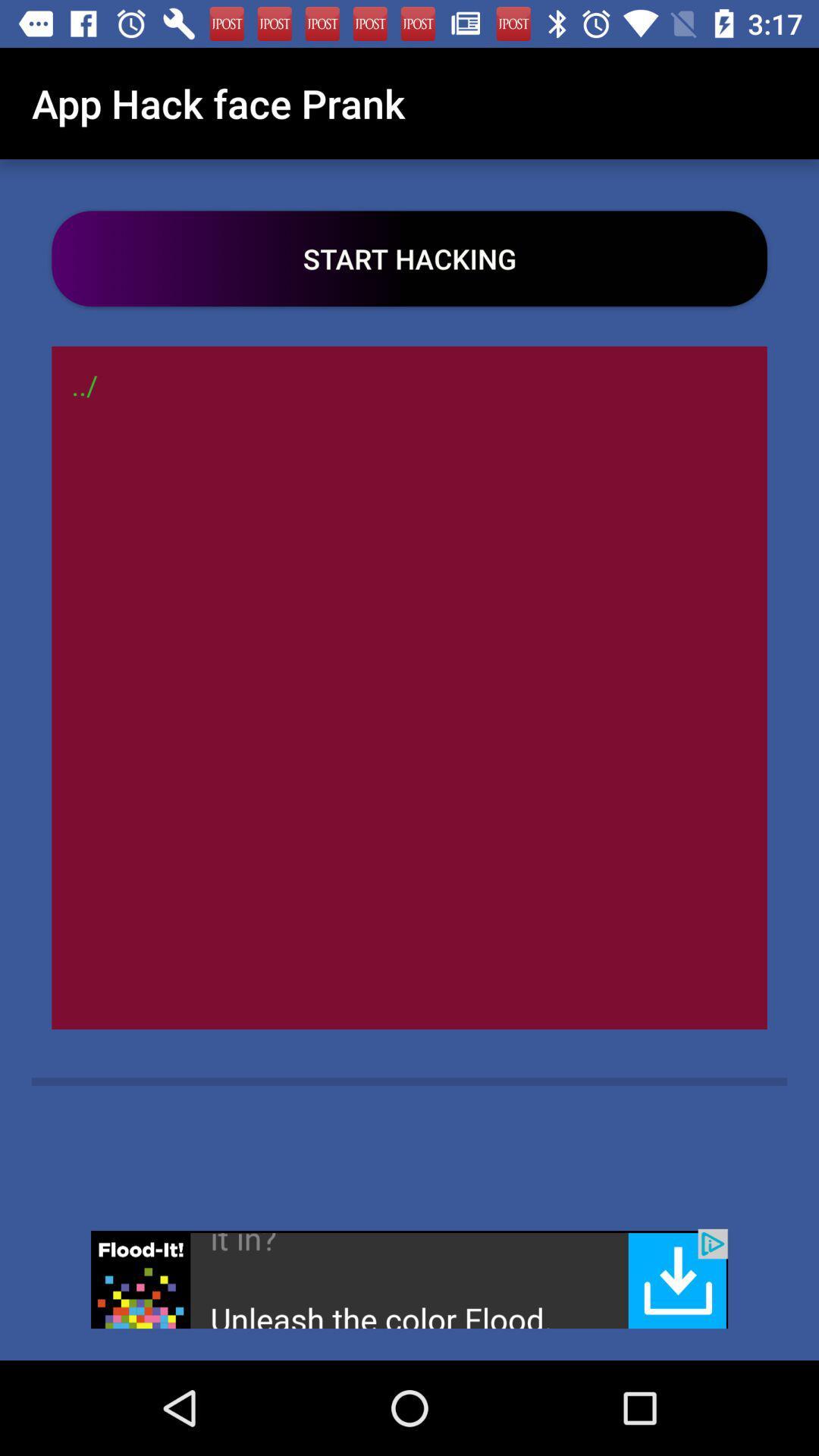  I want to click on downloading, so click(409, 1278).